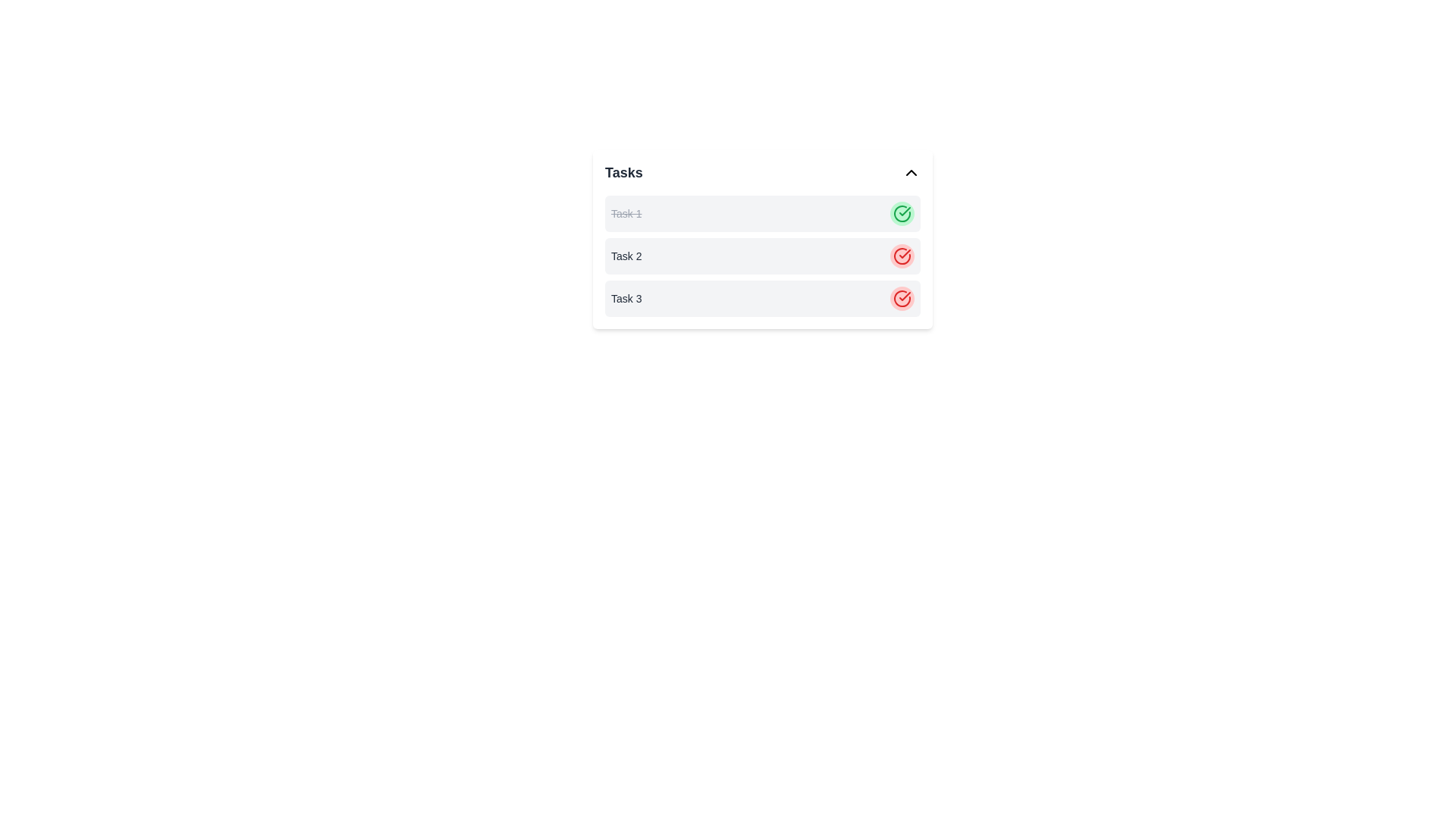  I want to click on the button on the right side of the row containing the text 'Task 1', so click(902, 213).